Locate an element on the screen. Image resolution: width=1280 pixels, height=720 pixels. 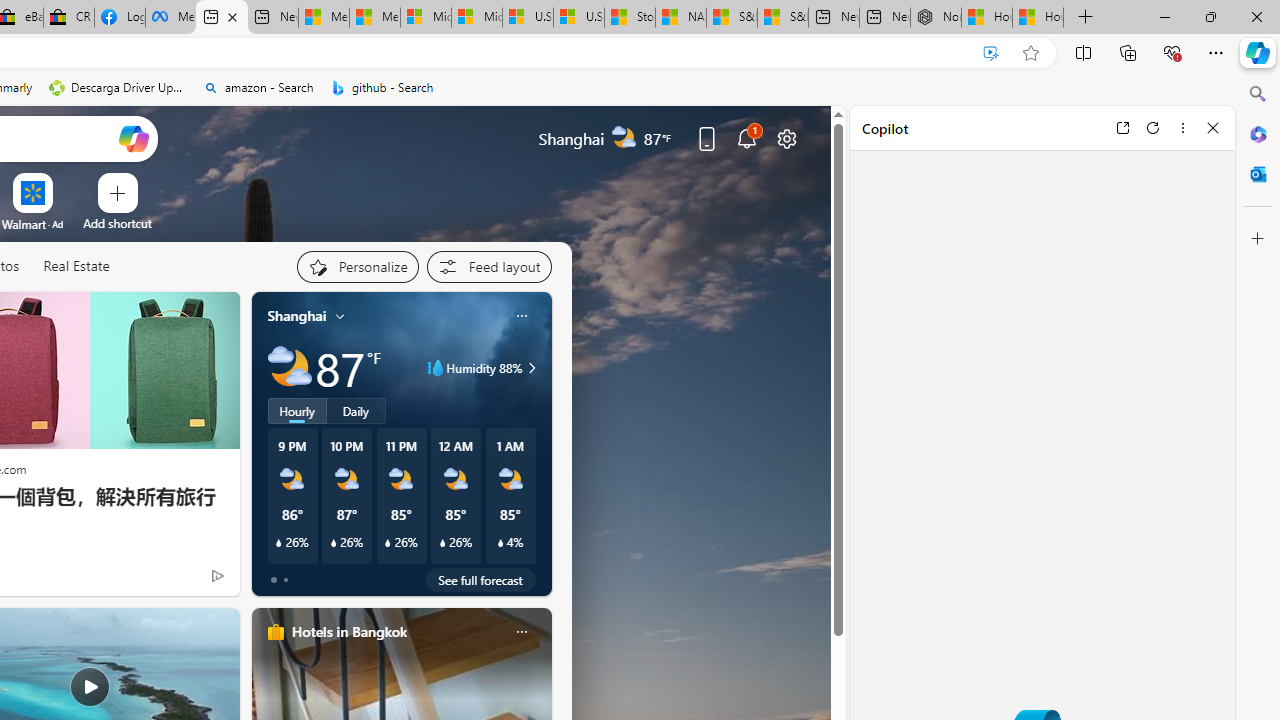
'Real Estate' is located at coordinates (76, 265).